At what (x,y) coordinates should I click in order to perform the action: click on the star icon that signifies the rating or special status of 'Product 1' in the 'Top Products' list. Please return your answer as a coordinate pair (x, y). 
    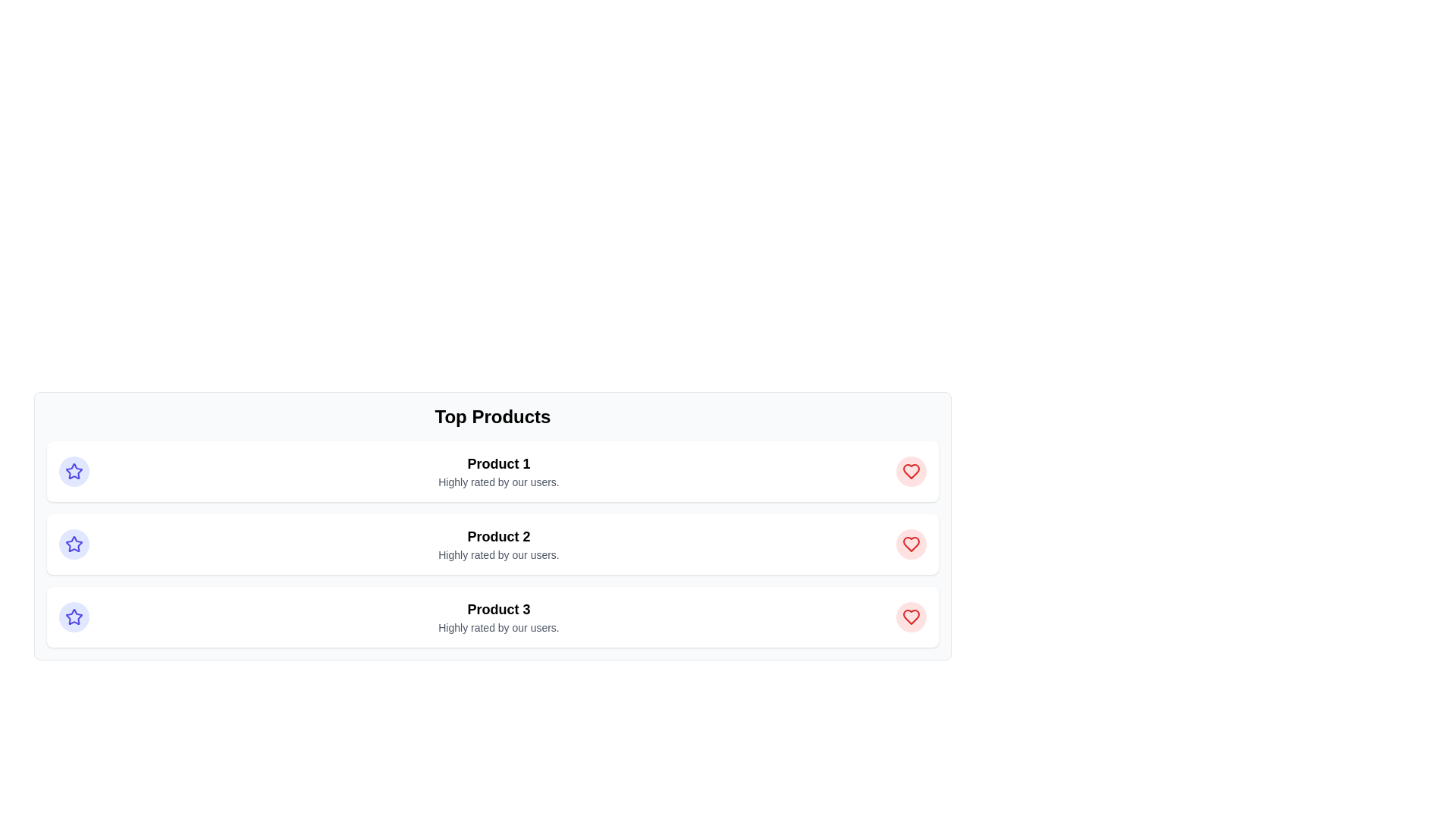
    Looking at the image, I should click on (73, 543).